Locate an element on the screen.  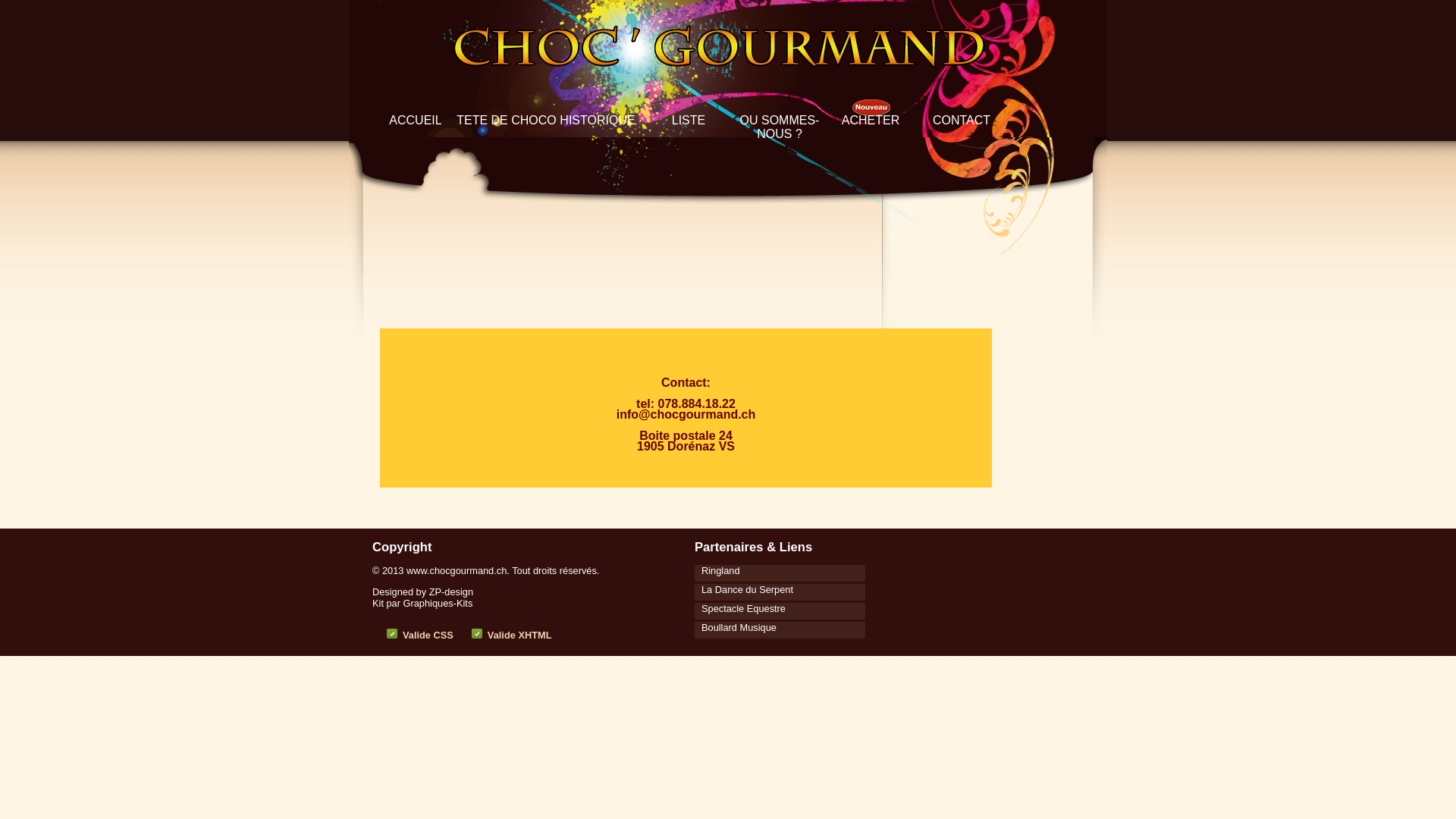
'LISTE' is located at coordinates (687, 119).